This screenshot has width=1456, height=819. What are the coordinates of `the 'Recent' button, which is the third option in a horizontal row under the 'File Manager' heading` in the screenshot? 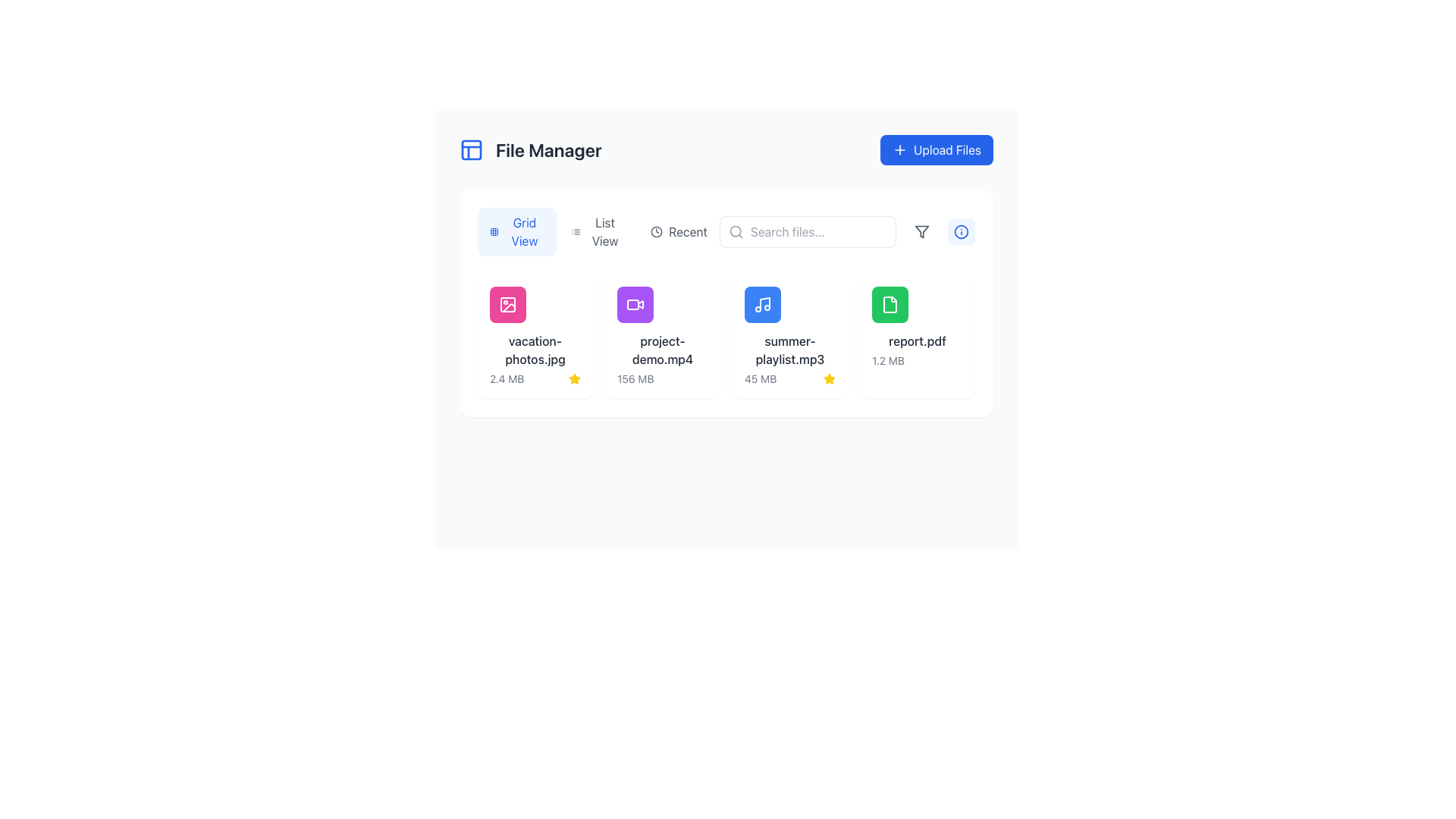 It's located at (678, 231).